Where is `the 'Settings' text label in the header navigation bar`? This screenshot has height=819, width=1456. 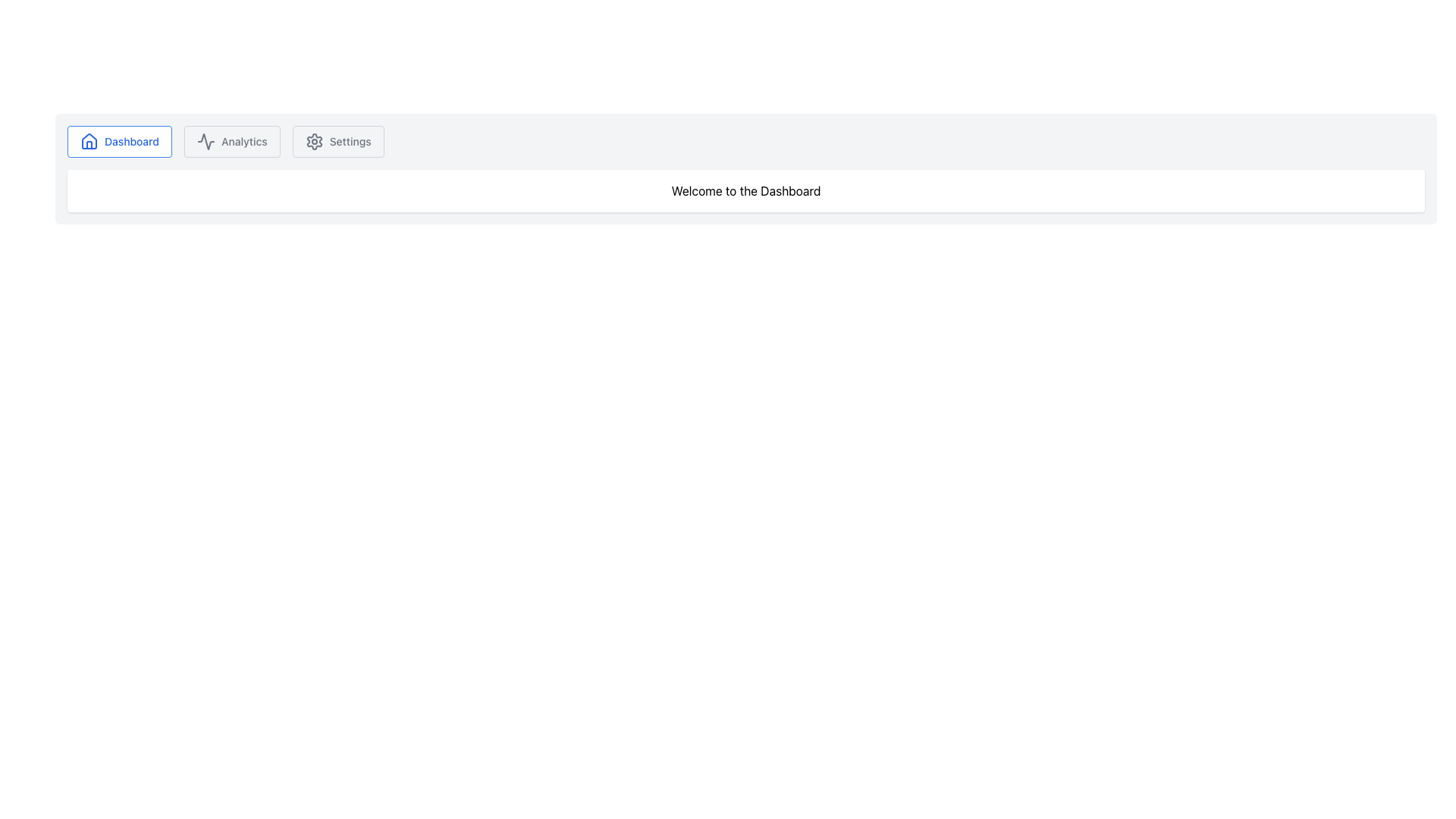
the 'Settings' text label in the header navigation bar is located at coordinates (350, 141).